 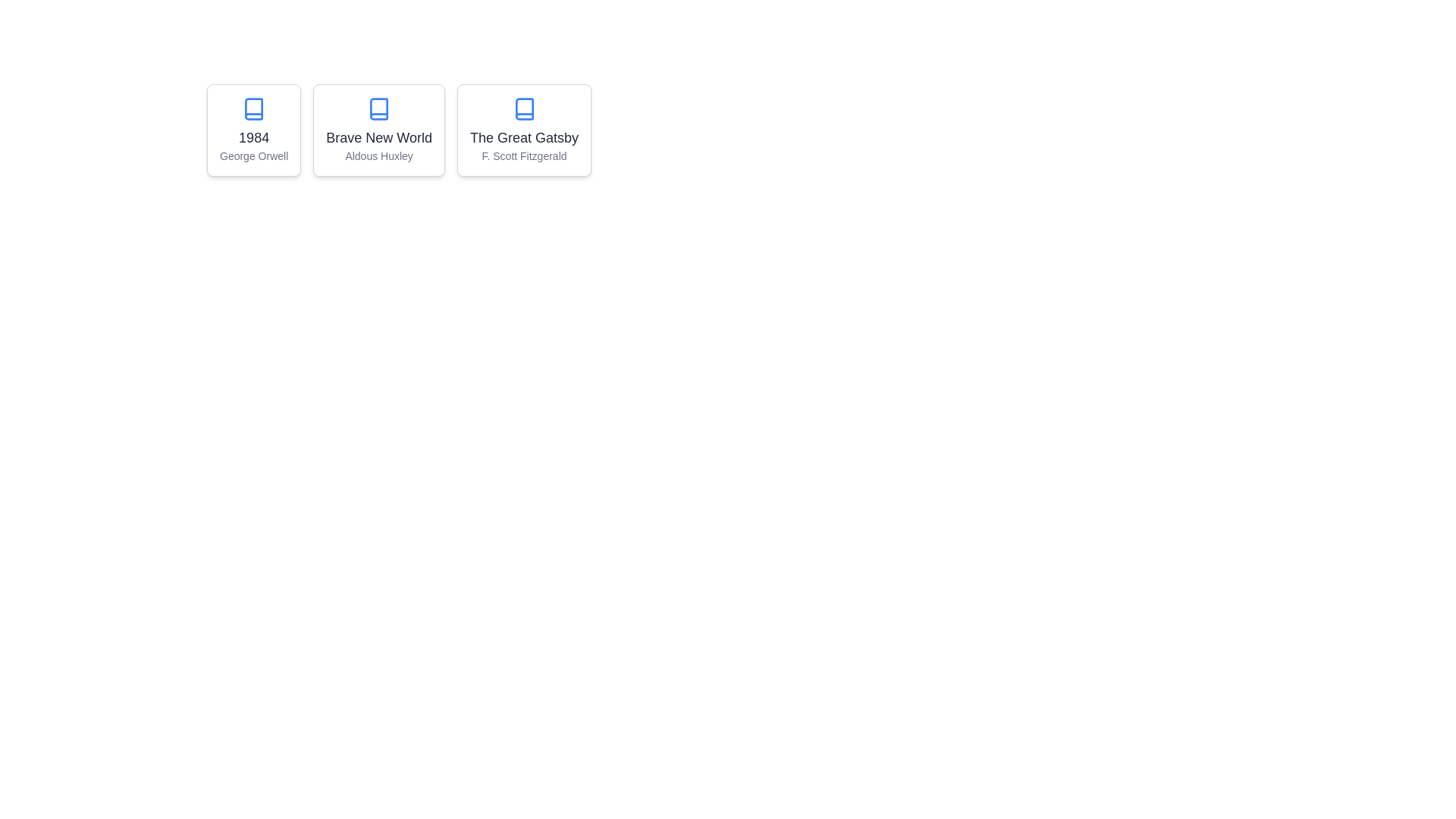 What do you see at coordinates (524, 155) in the screenshot?
I see `the label indicating the author of the book 'The Great Gatsby', which is positioned below the title within a card-like structure` at bounding box center [524, 155].